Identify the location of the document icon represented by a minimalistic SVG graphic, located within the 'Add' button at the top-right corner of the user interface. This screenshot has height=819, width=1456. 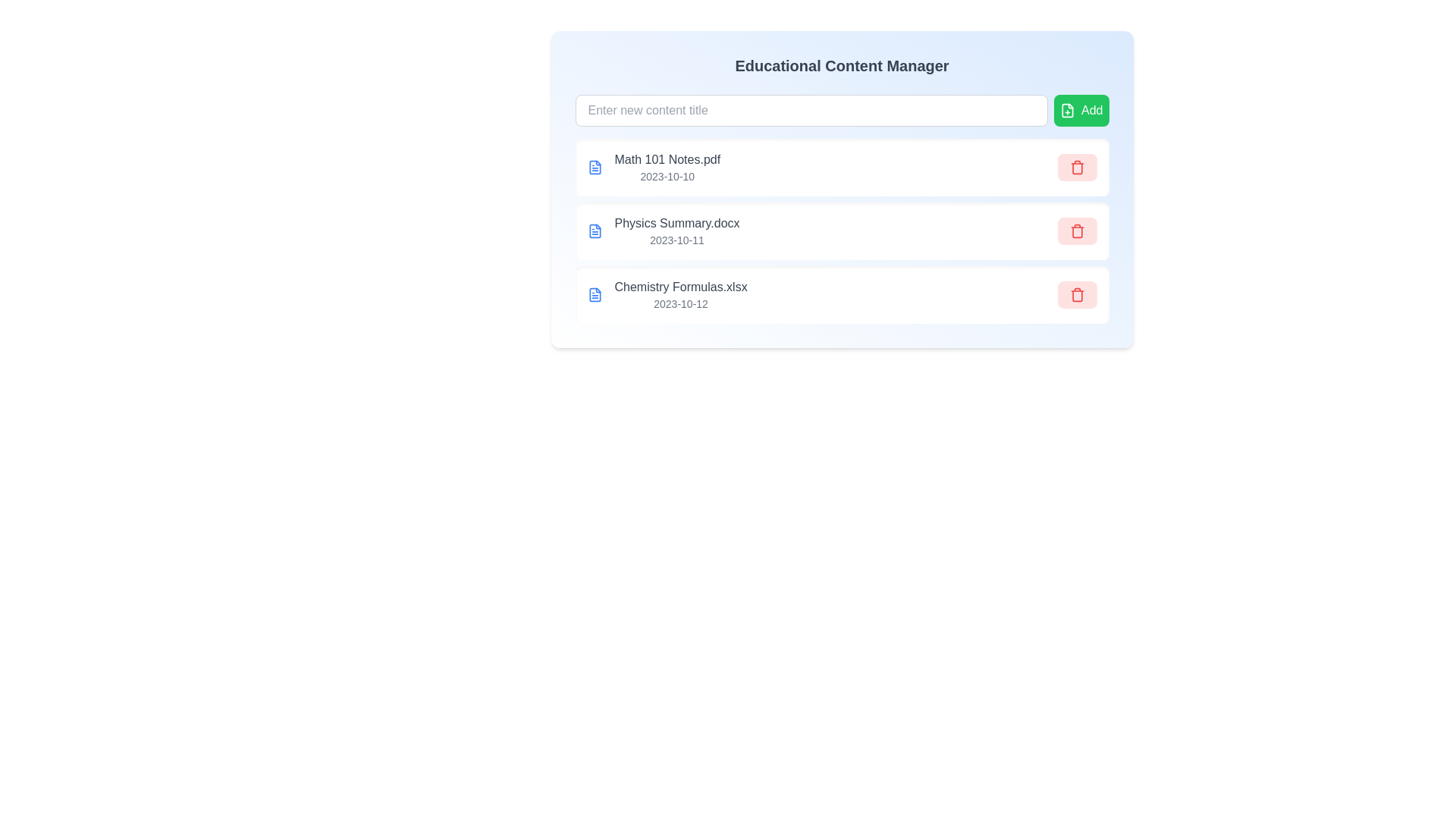
(1066, 110).